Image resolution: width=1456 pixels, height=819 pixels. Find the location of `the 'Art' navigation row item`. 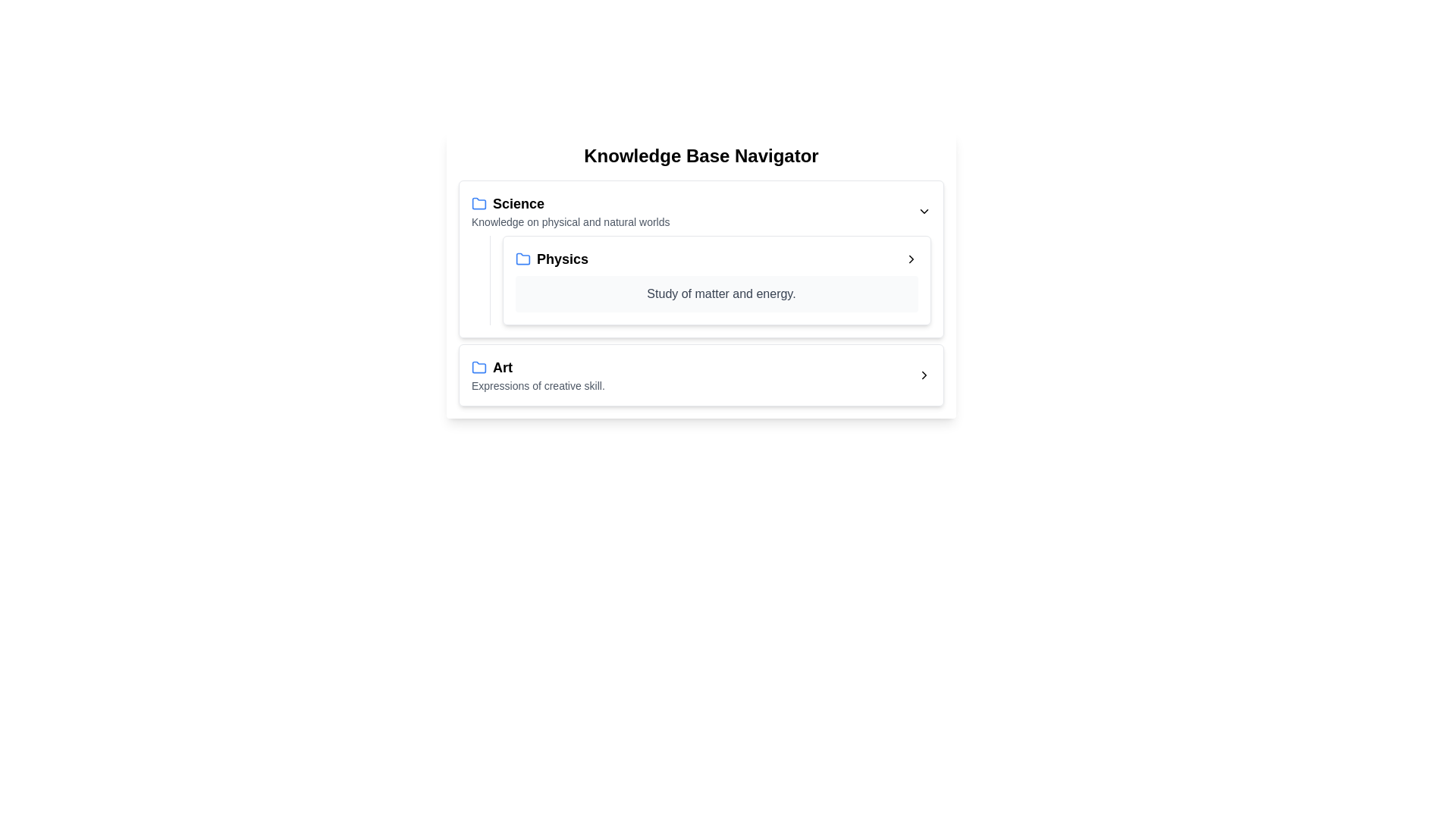

the 'Art' navigation row item is located at coordinates (701, 375).